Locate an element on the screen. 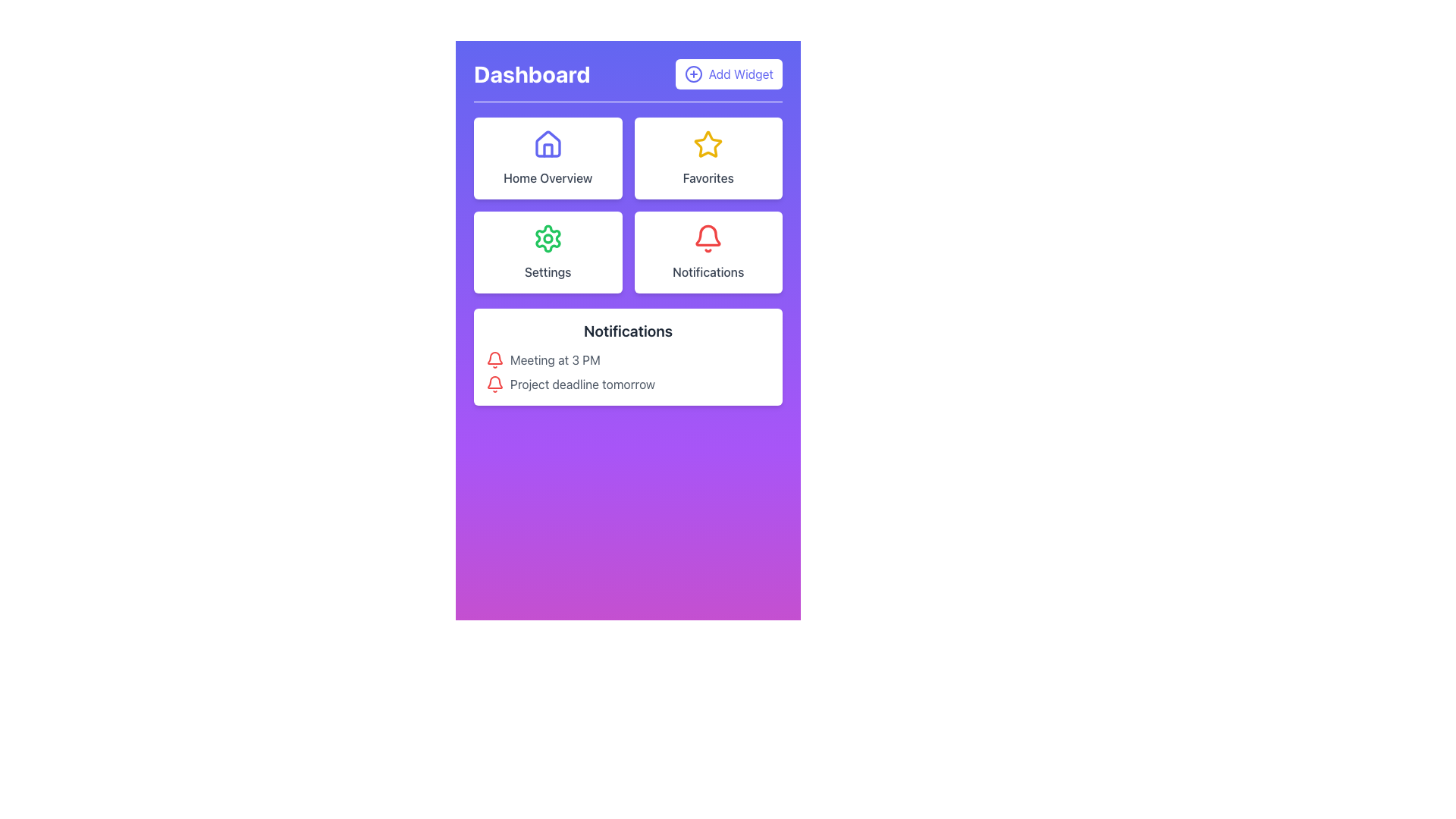  the bell icon, which indicates alerts or notifications, located to the left of the text 'Project deadline tomorrow' is located at coordinates (494, 383).